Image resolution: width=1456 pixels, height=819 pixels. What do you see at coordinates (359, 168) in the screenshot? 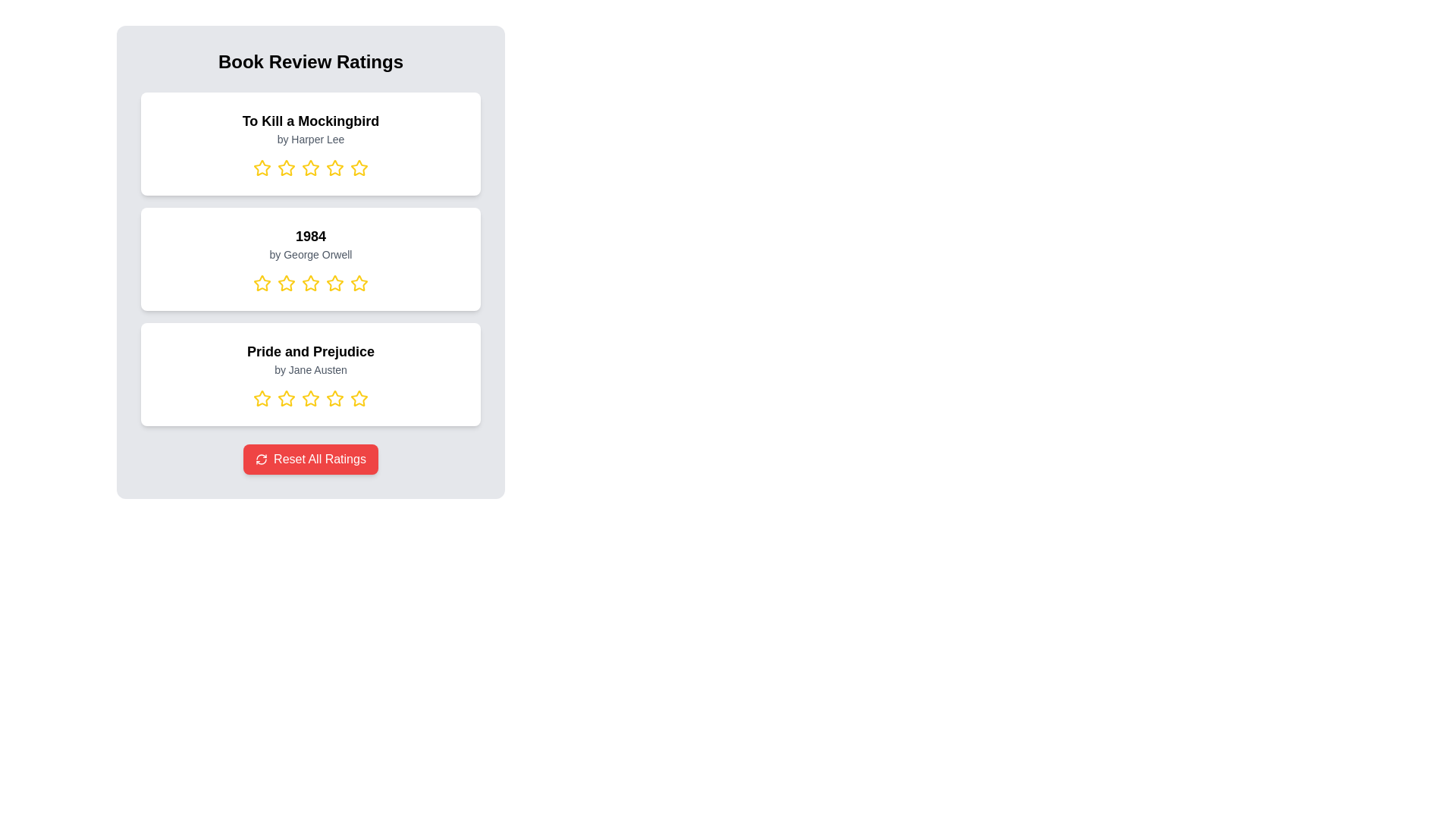
I see `the rating for a book by selecting 5 stars for the book titled To Kill a Mockingbird` at bounding box center [359, 168].